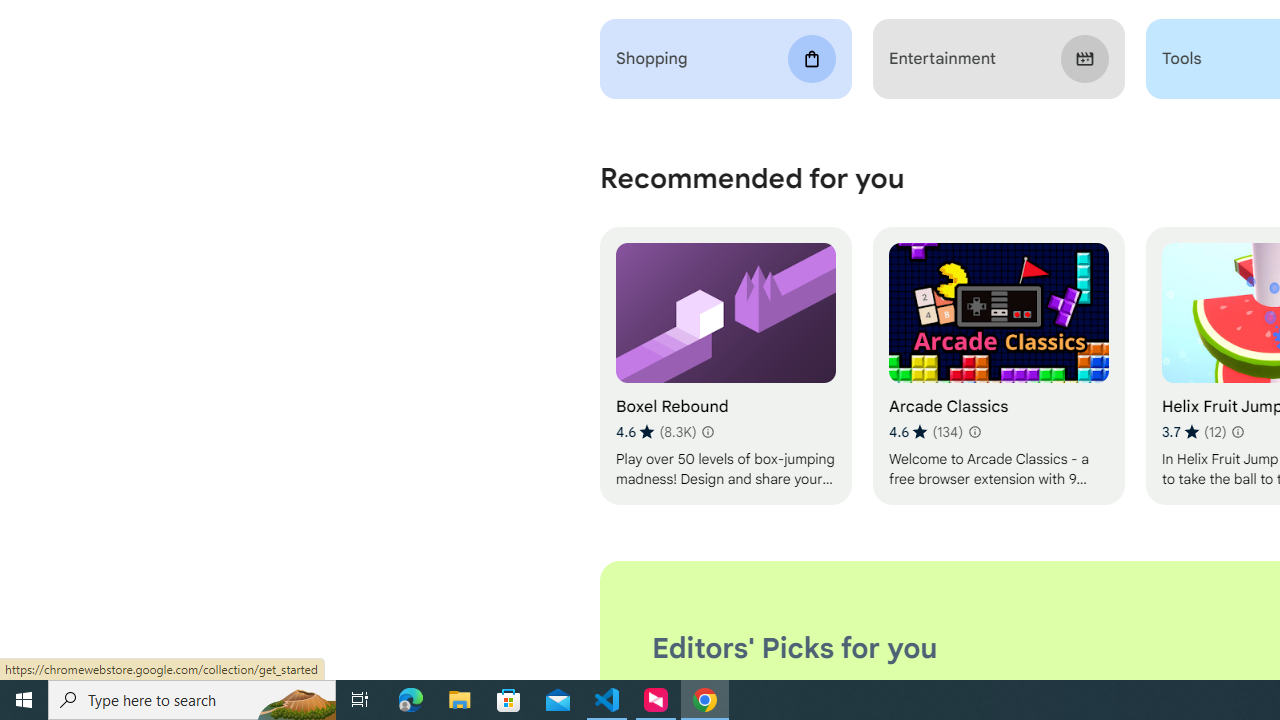 This screenshot has width=1280, height=720. I want to click on 'Average rating 4.6 out of 5 stars. 134 ratings.', so click(924, 431).